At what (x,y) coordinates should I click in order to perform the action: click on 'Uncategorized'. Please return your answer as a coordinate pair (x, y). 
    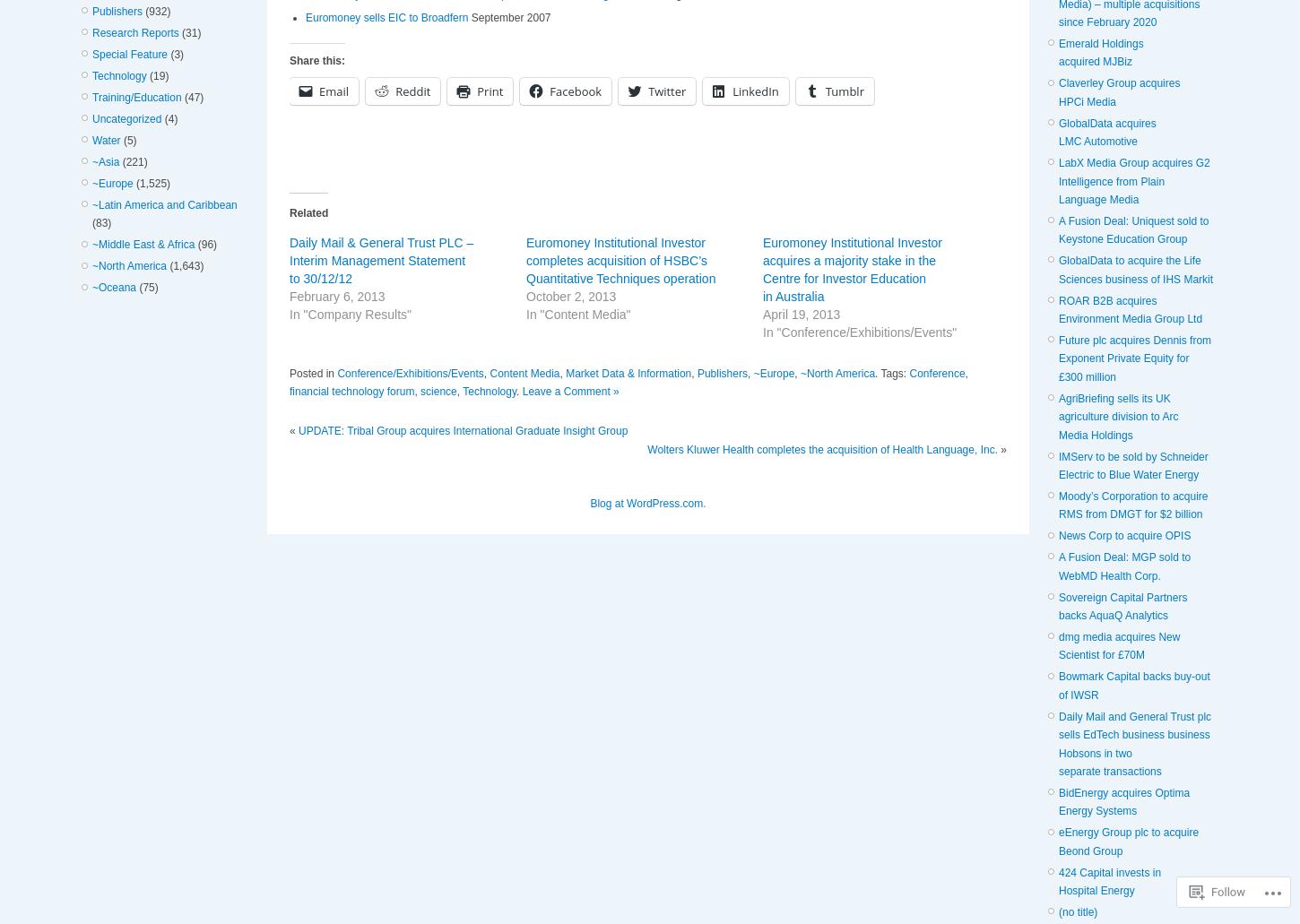
    Looking at the image, I should click on (126, 117).